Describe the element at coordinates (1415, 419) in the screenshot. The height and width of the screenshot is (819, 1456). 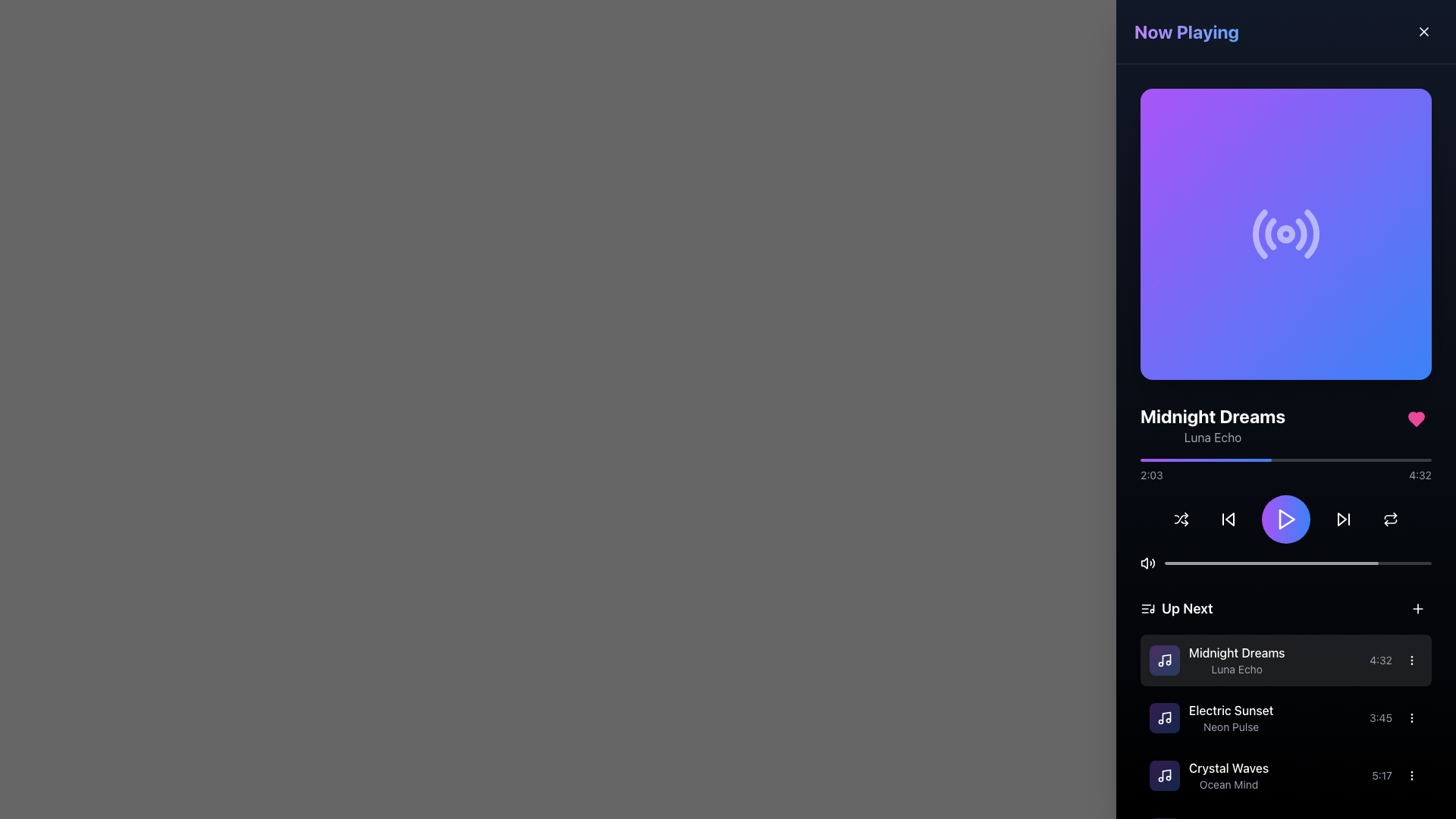
I see `the heart-shaped icon button filled with vibrant pink color located at the top-right corner of the song details section to favorite or unfavorite the song 'Midnight Dreams'` at that location.